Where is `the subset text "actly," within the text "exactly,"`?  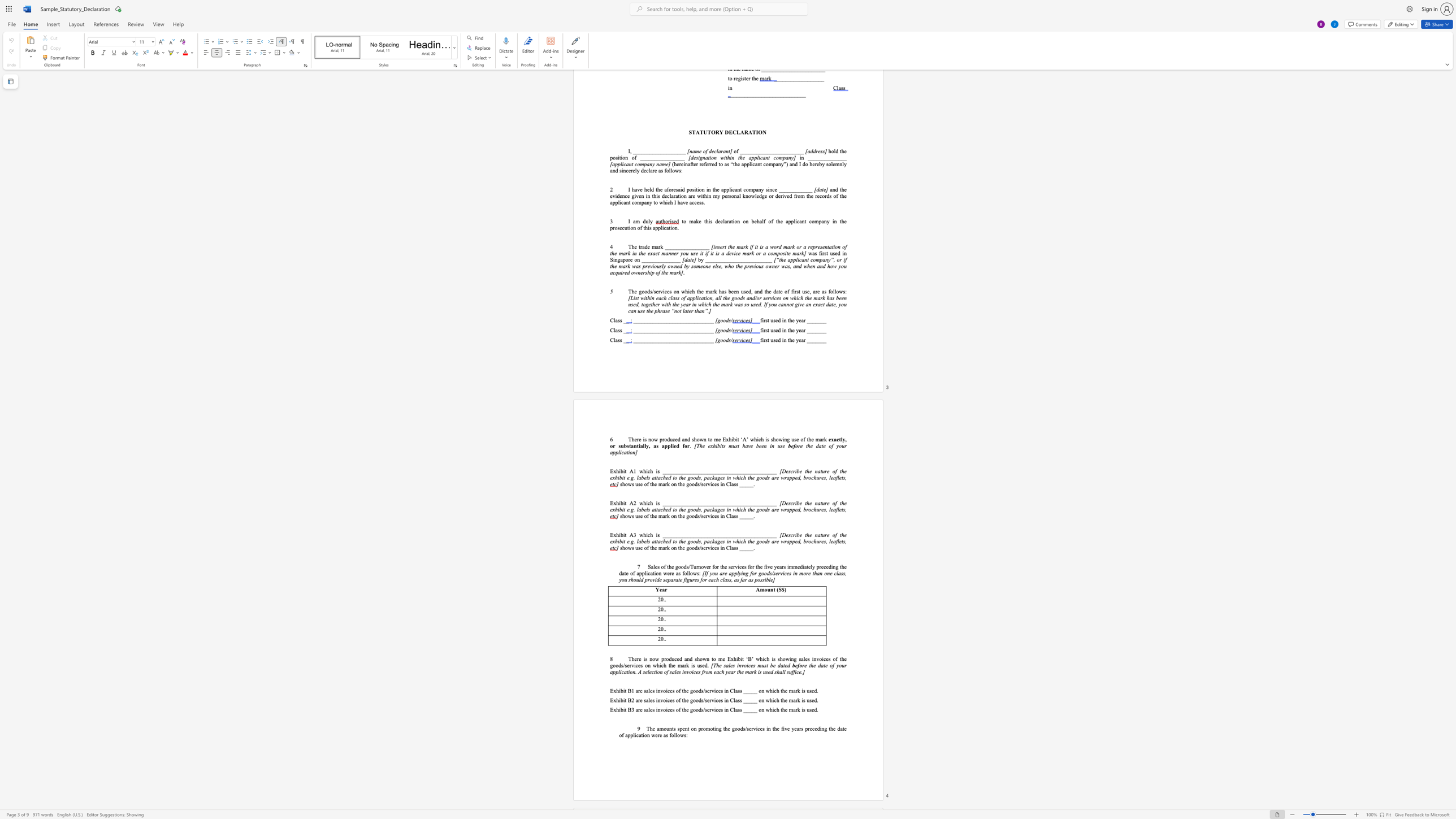
the subset text "actly," within the text "exactly," is located at coordinates (833, 439).